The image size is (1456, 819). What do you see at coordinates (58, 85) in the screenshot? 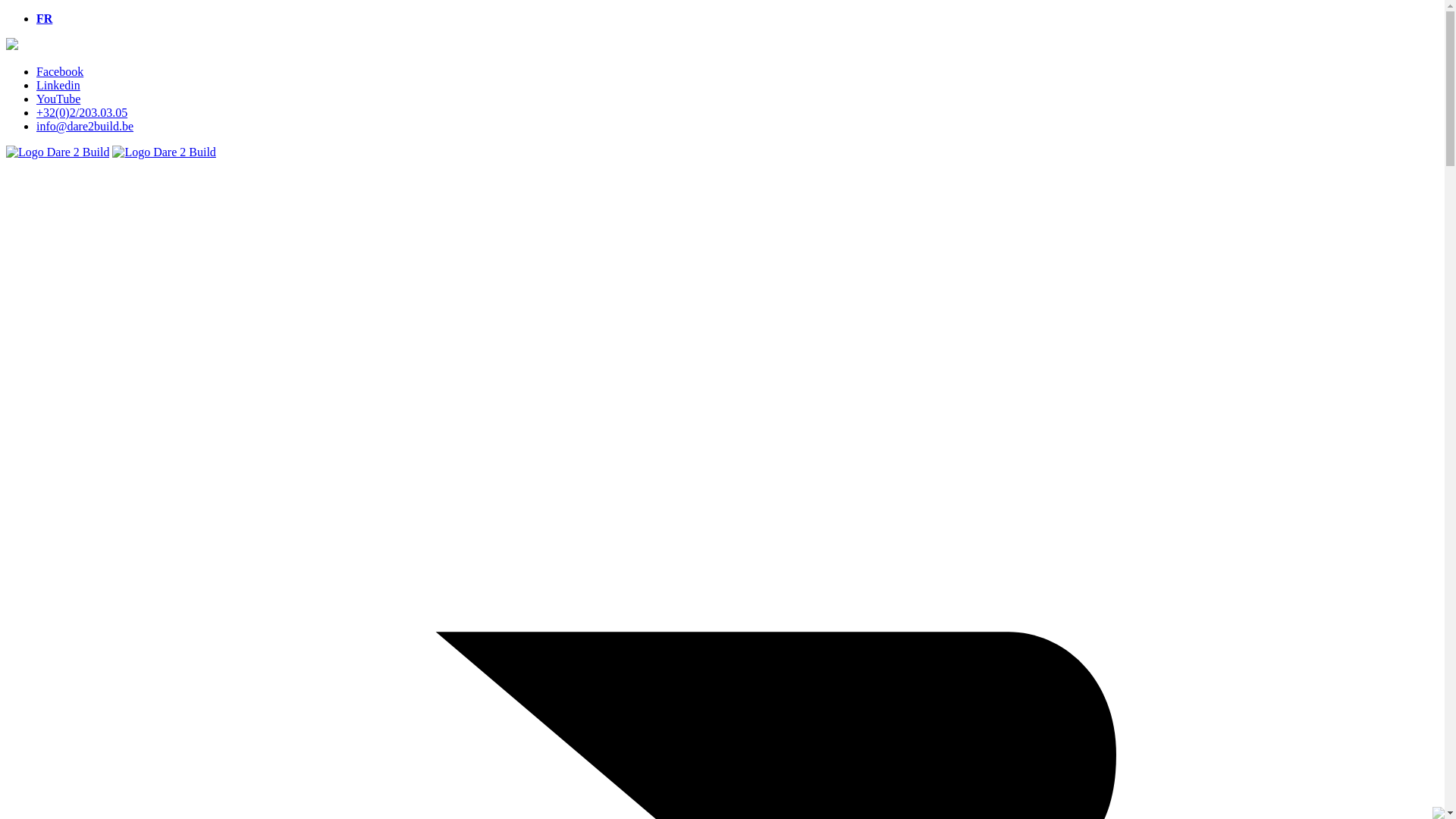
I see `'Linkedin'` at bounding box center [58, 85].